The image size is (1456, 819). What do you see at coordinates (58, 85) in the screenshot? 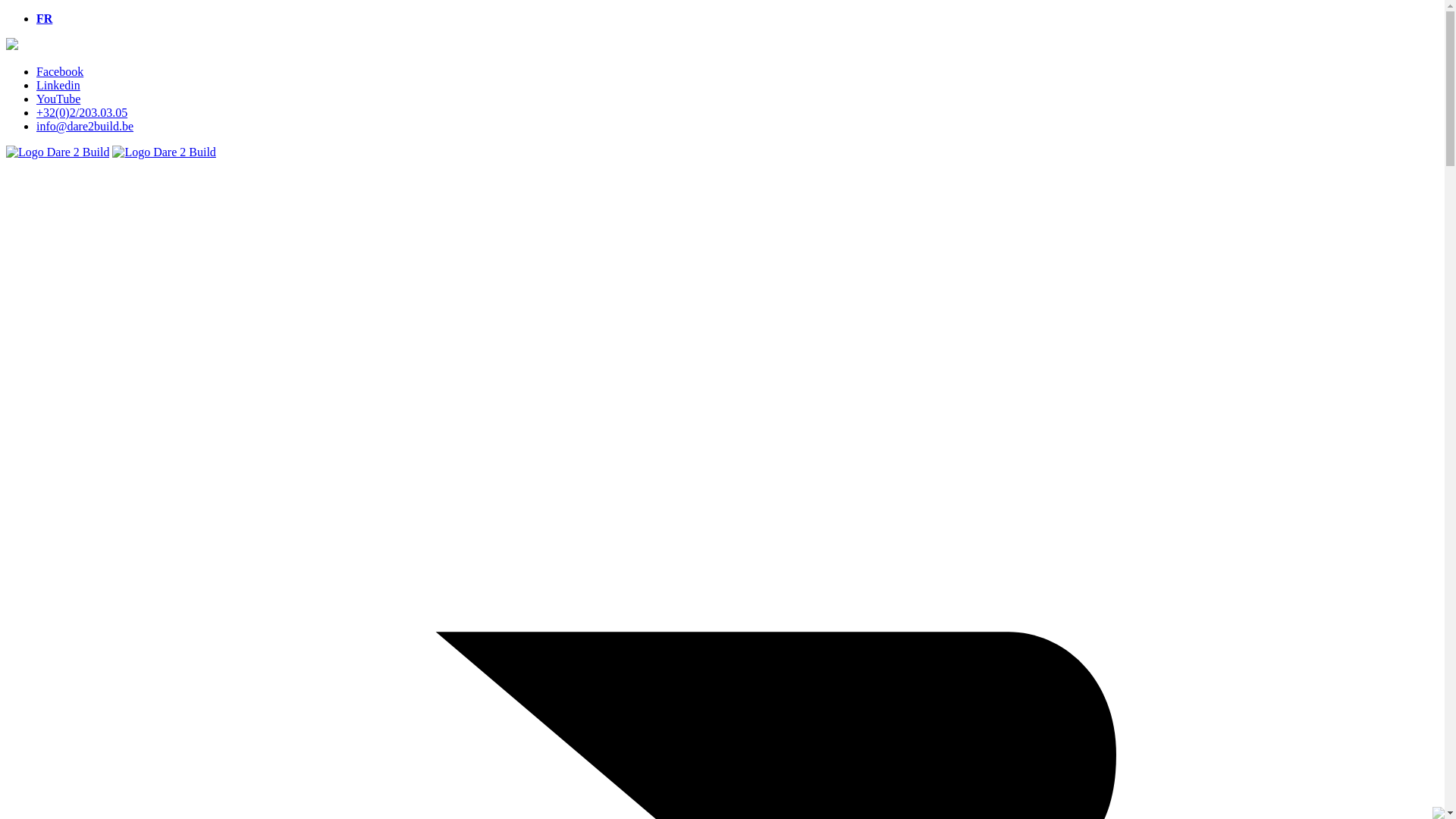
I see `'Linkedin'` at bounding box center [58, 85].